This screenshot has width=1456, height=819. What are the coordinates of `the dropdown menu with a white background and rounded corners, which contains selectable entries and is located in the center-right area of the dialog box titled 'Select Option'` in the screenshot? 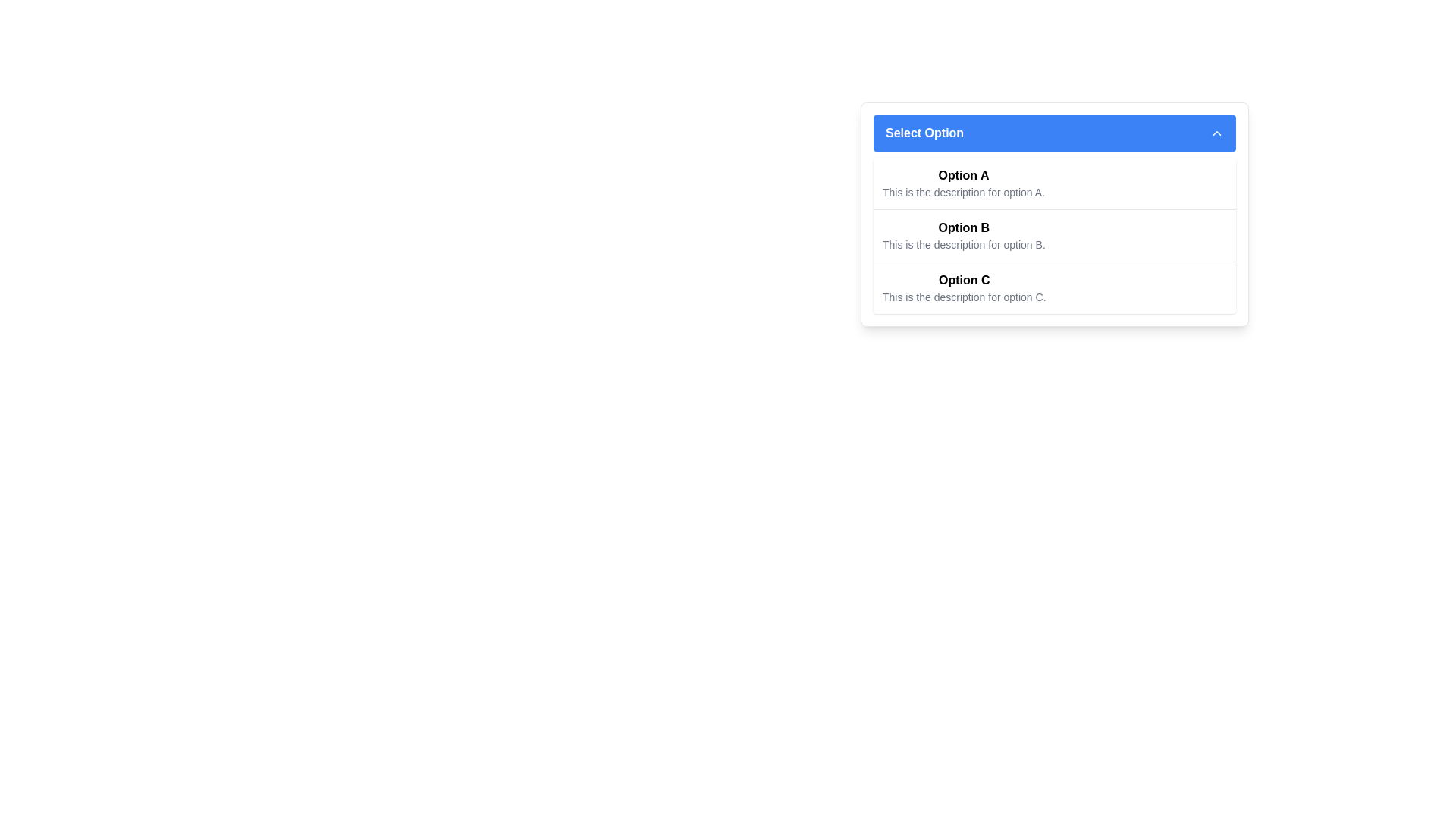 It's located at (1054, 236).